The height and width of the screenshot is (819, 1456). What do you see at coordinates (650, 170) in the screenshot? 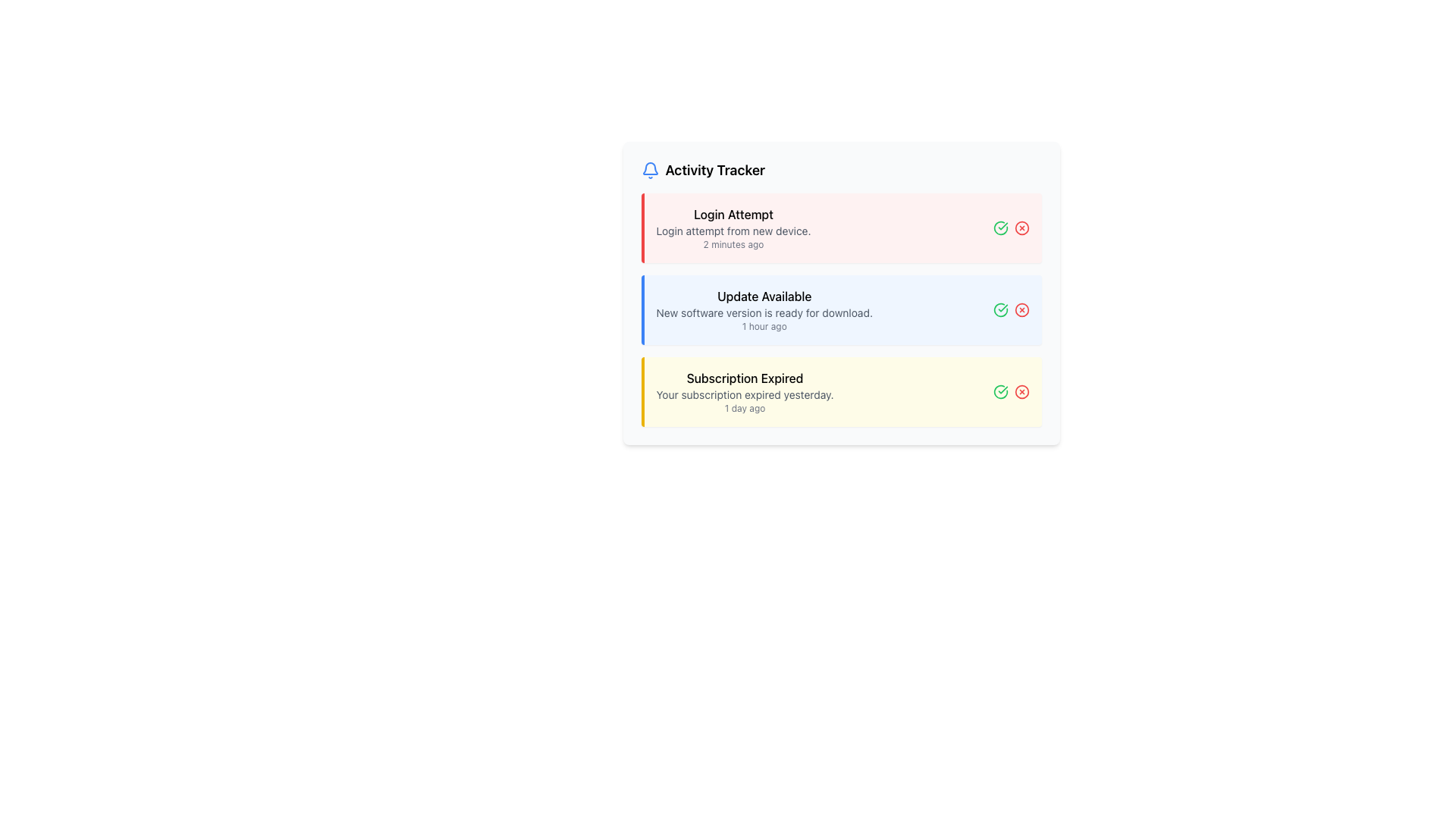
I see `the bell icon representing notifications for the 'Activity Tracker', located` at bounding box center [650, 170].